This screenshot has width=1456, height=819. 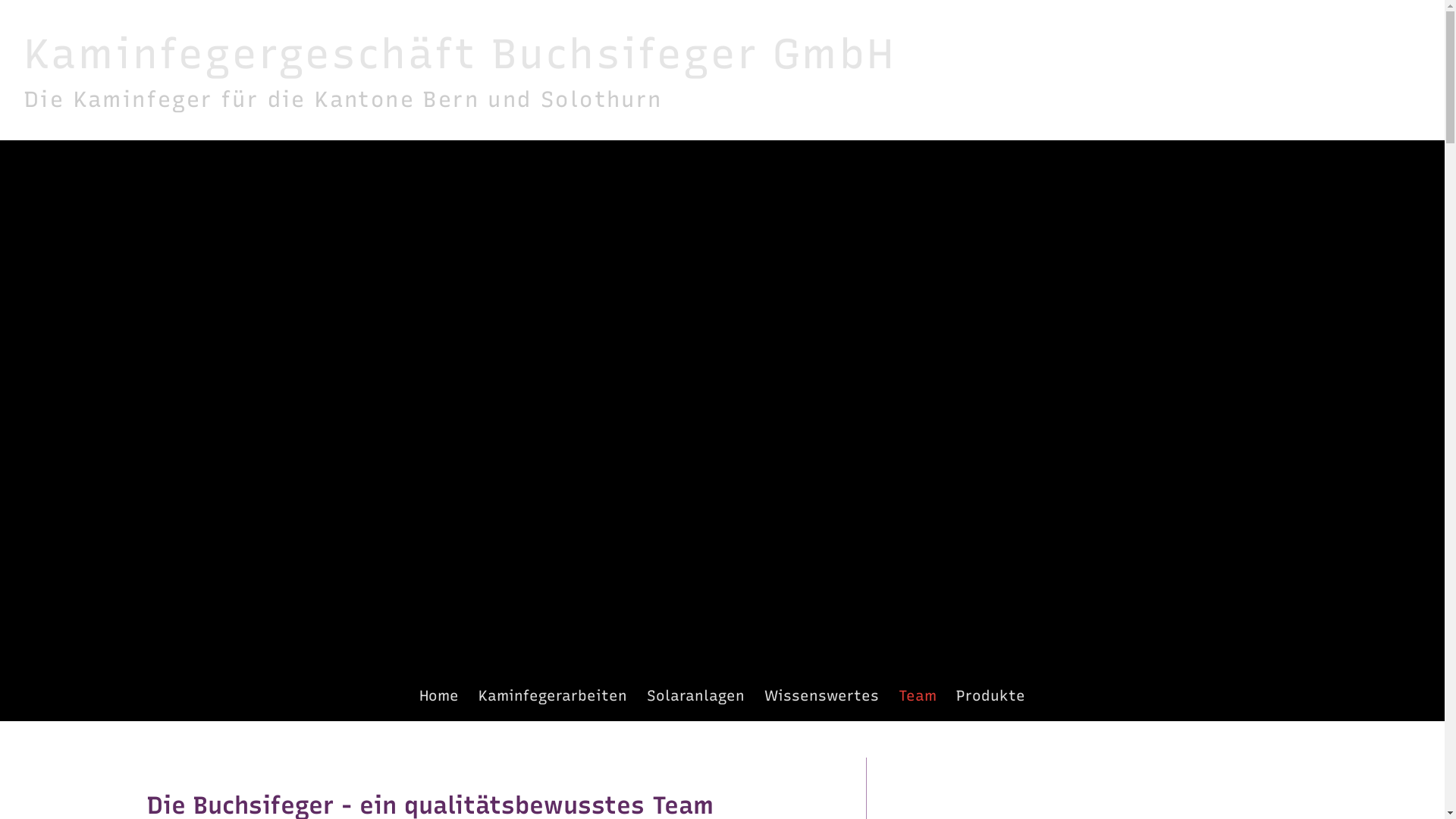 I want to click on 'Produkte', so click(x=990, y=695).